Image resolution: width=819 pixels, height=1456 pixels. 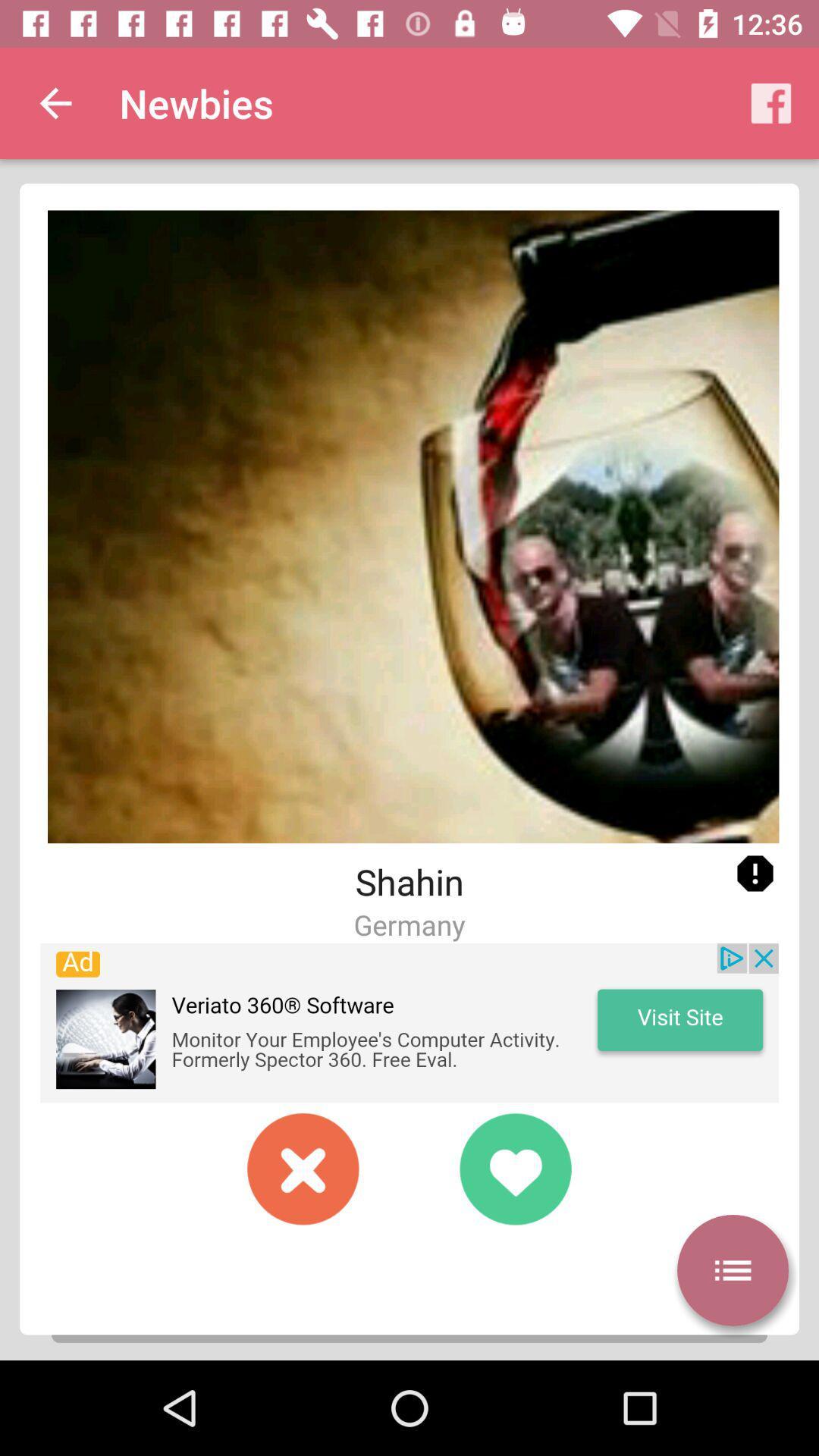 I want to click on the close icon, so click(x=303, y=1168).